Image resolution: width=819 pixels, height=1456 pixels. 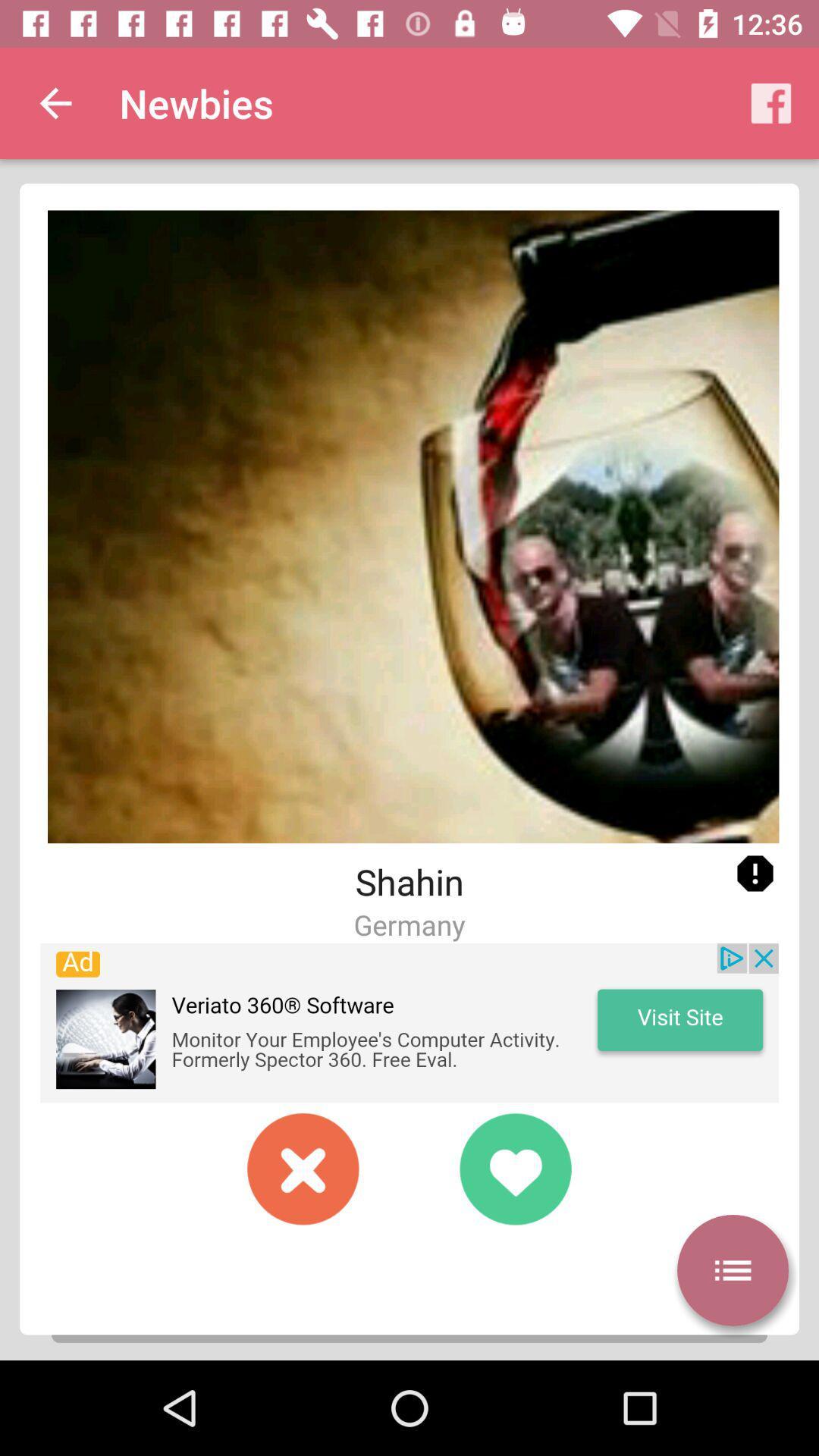 I want to click on the close icon, so click(x=303, y=1168).